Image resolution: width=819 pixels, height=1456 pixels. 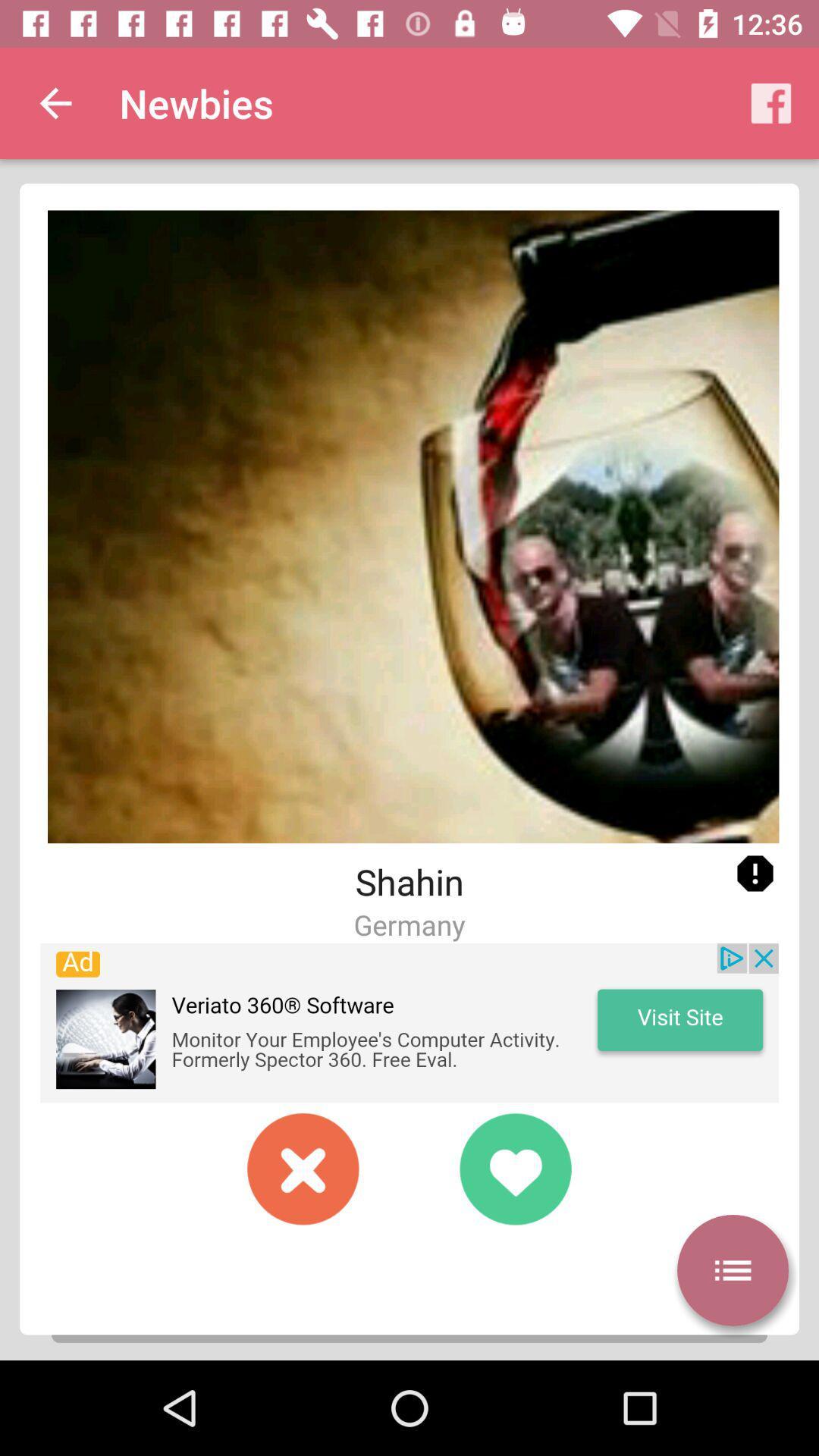 I want to click on the close icon, so click(x=303, y=1168).